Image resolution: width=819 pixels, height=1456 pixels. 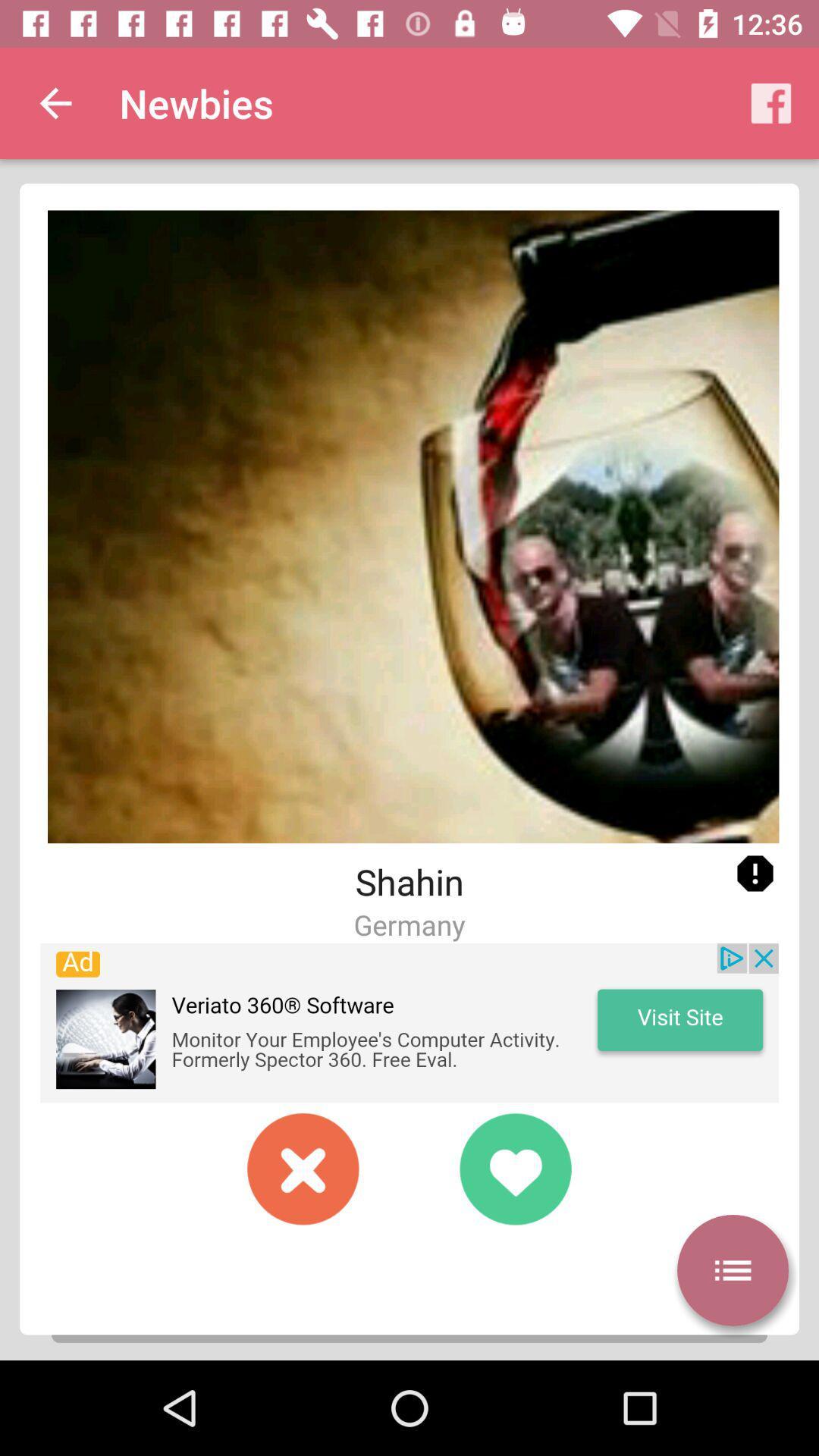 I want to click on the close icon, so click(x=303, y=1168).